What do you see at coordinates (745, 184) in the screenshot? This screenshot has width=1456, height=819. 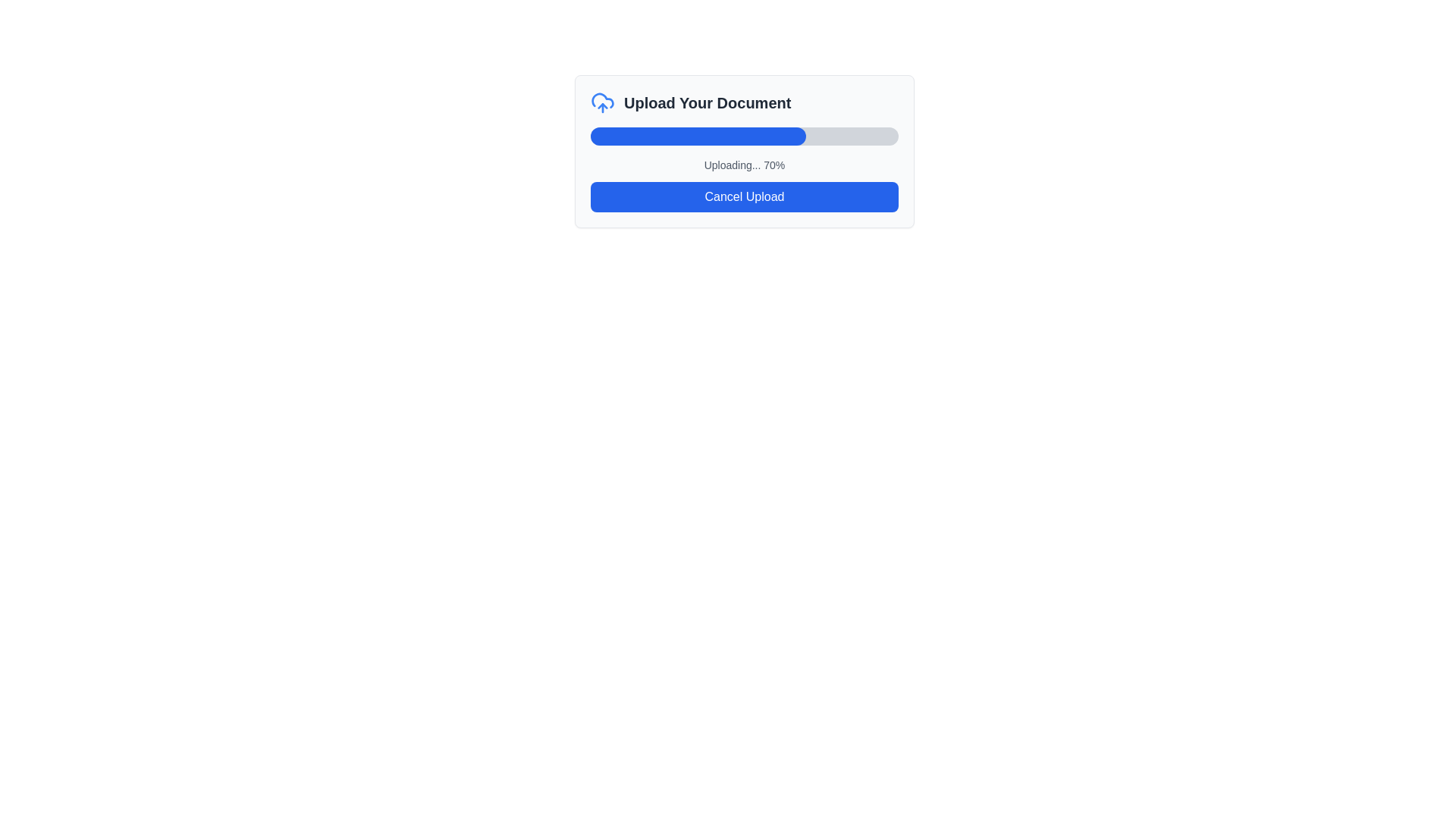 I see `progress message from the text label displaying 'Uploading... 70%' located in the Composite UI containing a button labeled 'Cancel Upload'` at bounding box center [745, 184].